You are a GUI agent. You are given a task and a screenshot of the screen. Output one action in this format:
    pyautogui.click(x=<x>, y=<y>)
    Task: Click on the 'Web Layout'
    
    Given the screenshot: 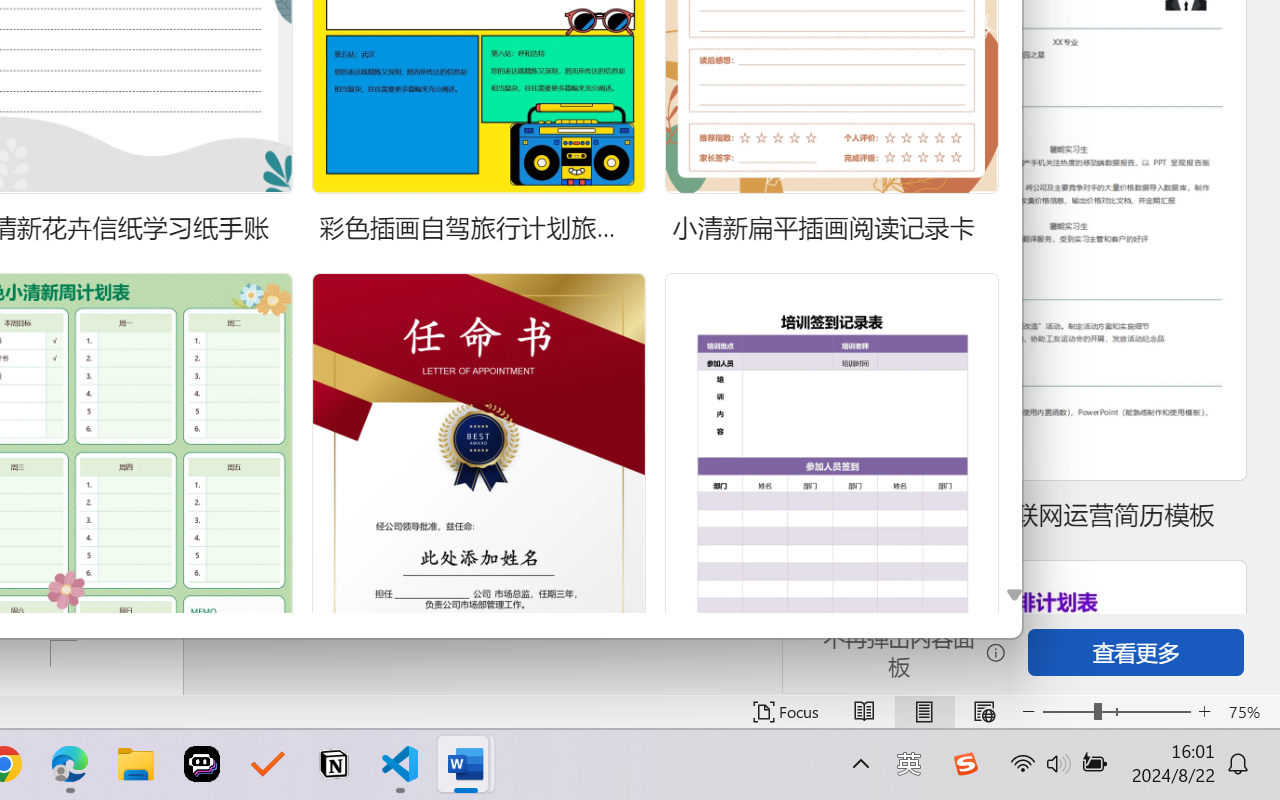 What is the action you would take?
    pyautogui.click(x=984, y=711)
    